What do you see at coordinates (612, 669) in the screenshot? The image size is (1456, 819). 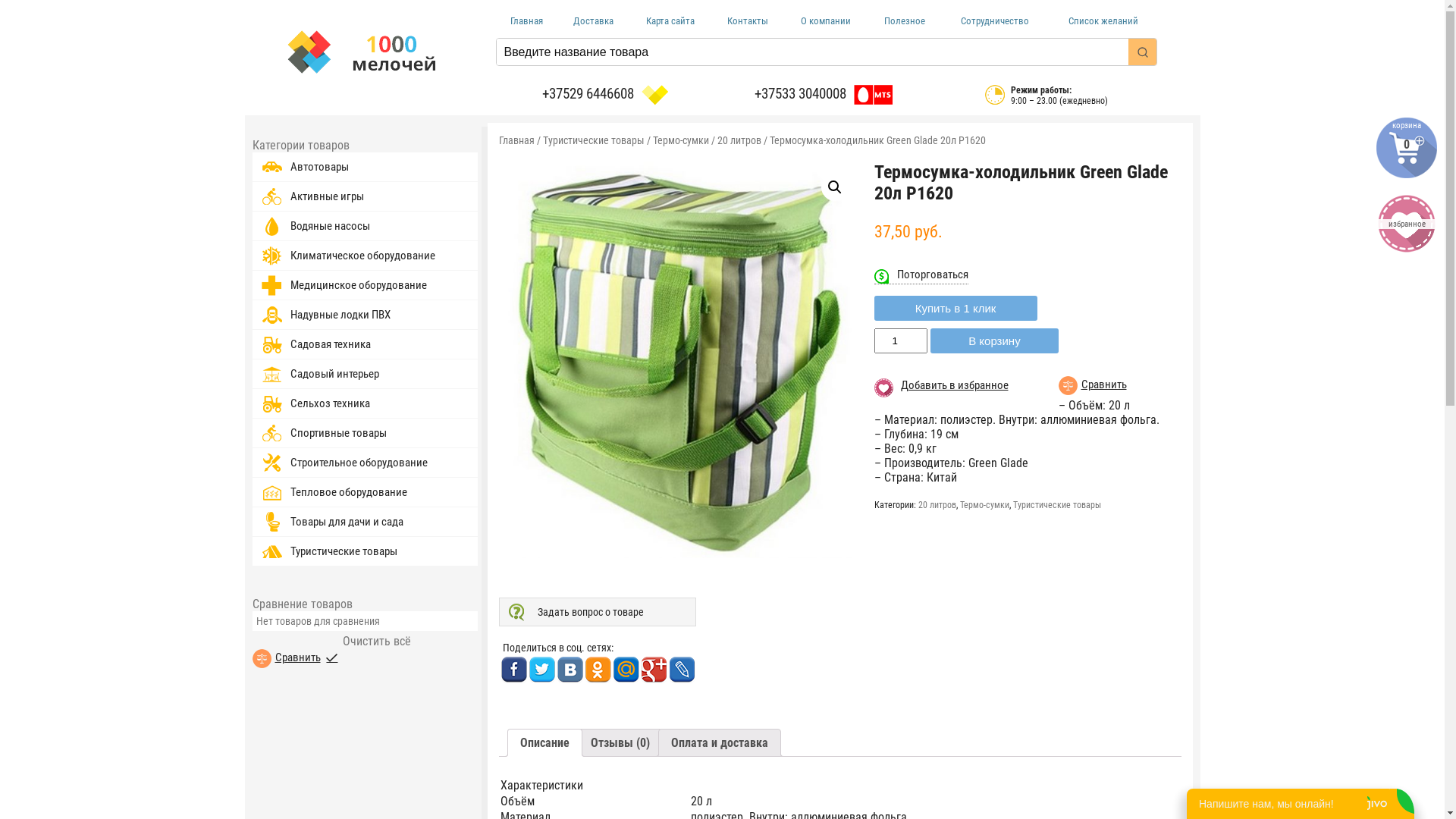 I see `'Mail.ru'` at bounding box center [612, 669].